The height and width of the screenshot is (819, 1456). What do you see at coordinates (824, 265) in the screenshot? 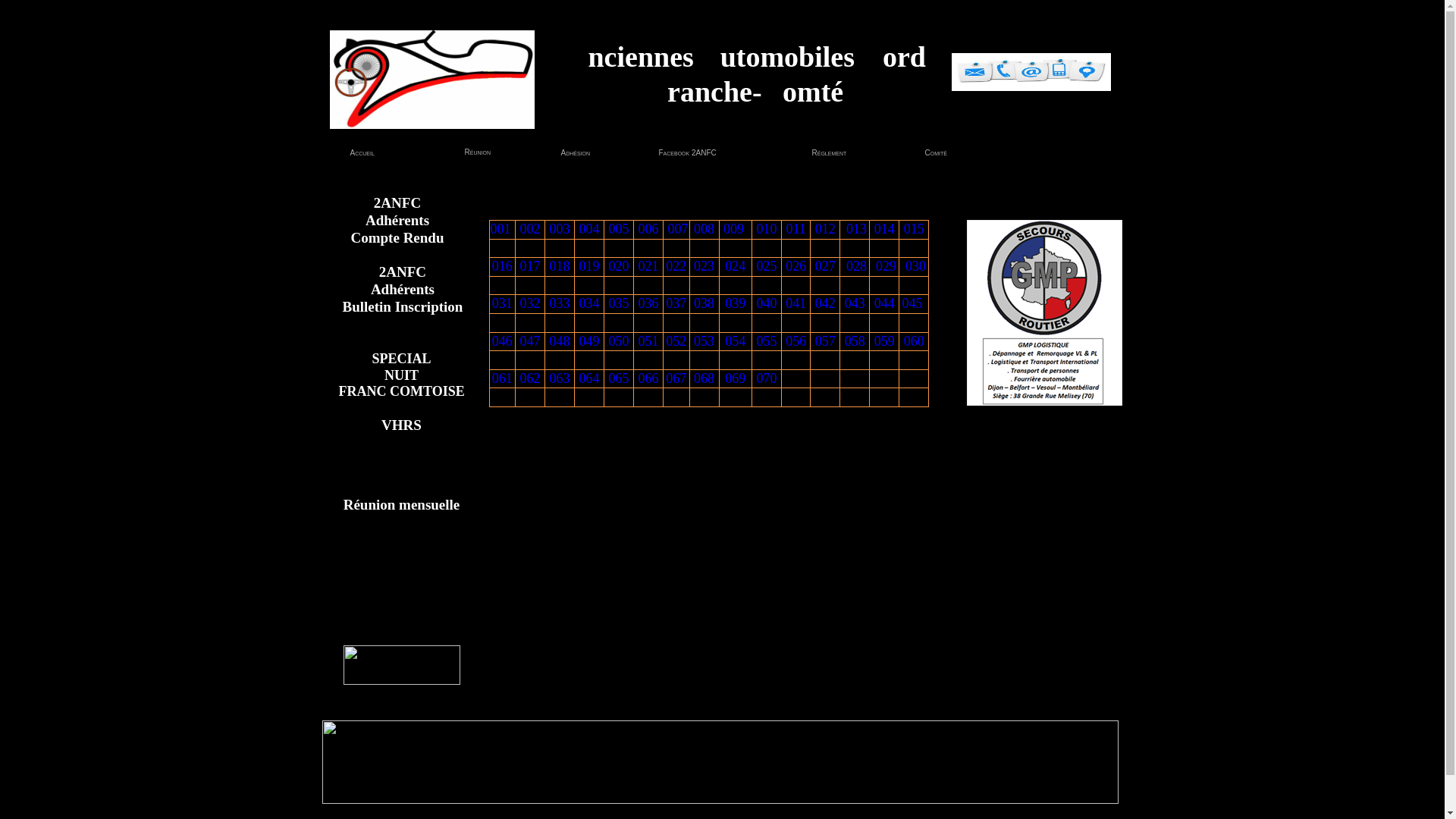
I see `'027'` at bounding box center [824, 265].